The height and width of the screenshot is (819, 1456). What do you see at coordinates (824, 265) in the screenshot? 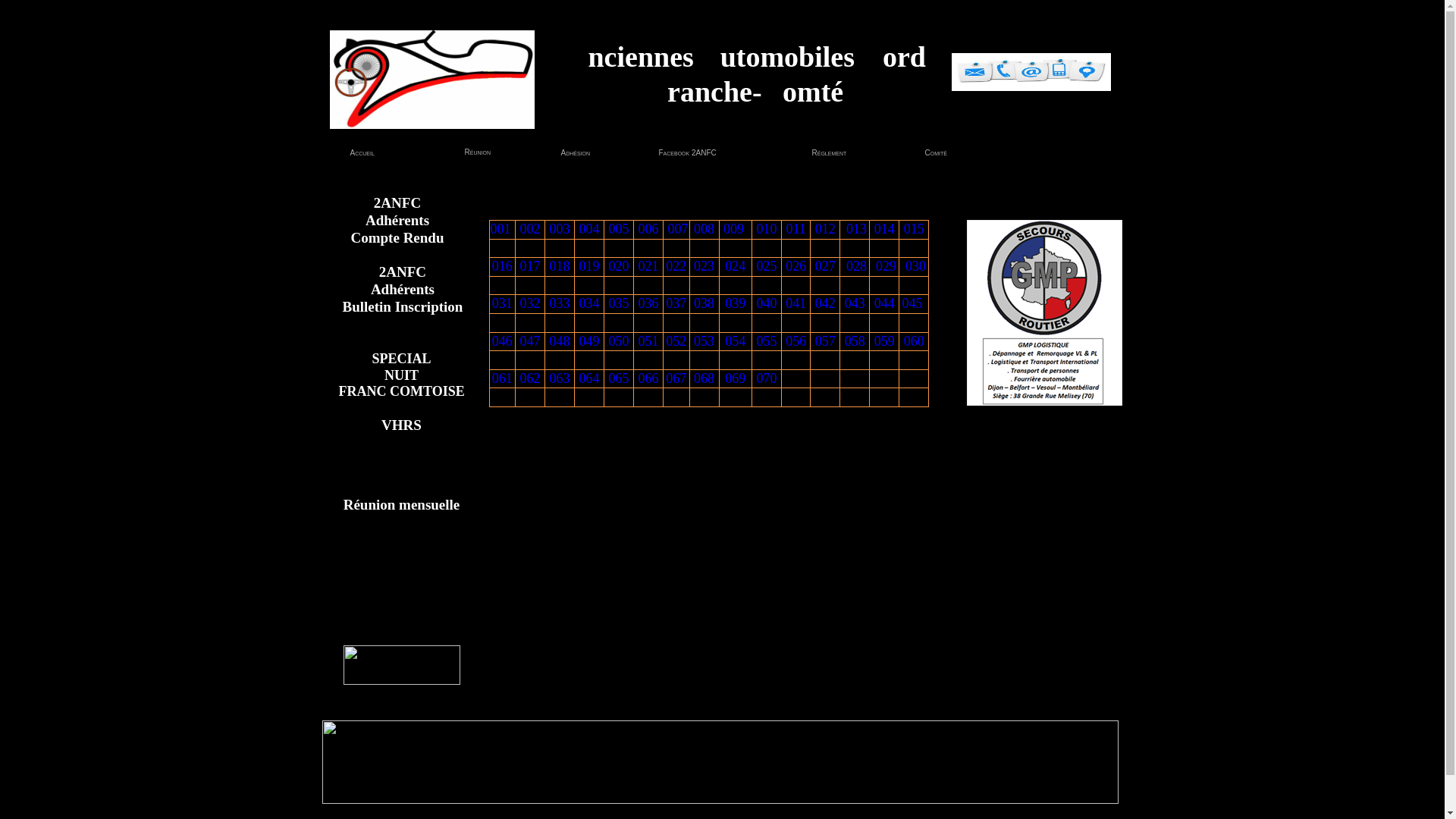
I see `'027'` at bounding box center [824, 265].